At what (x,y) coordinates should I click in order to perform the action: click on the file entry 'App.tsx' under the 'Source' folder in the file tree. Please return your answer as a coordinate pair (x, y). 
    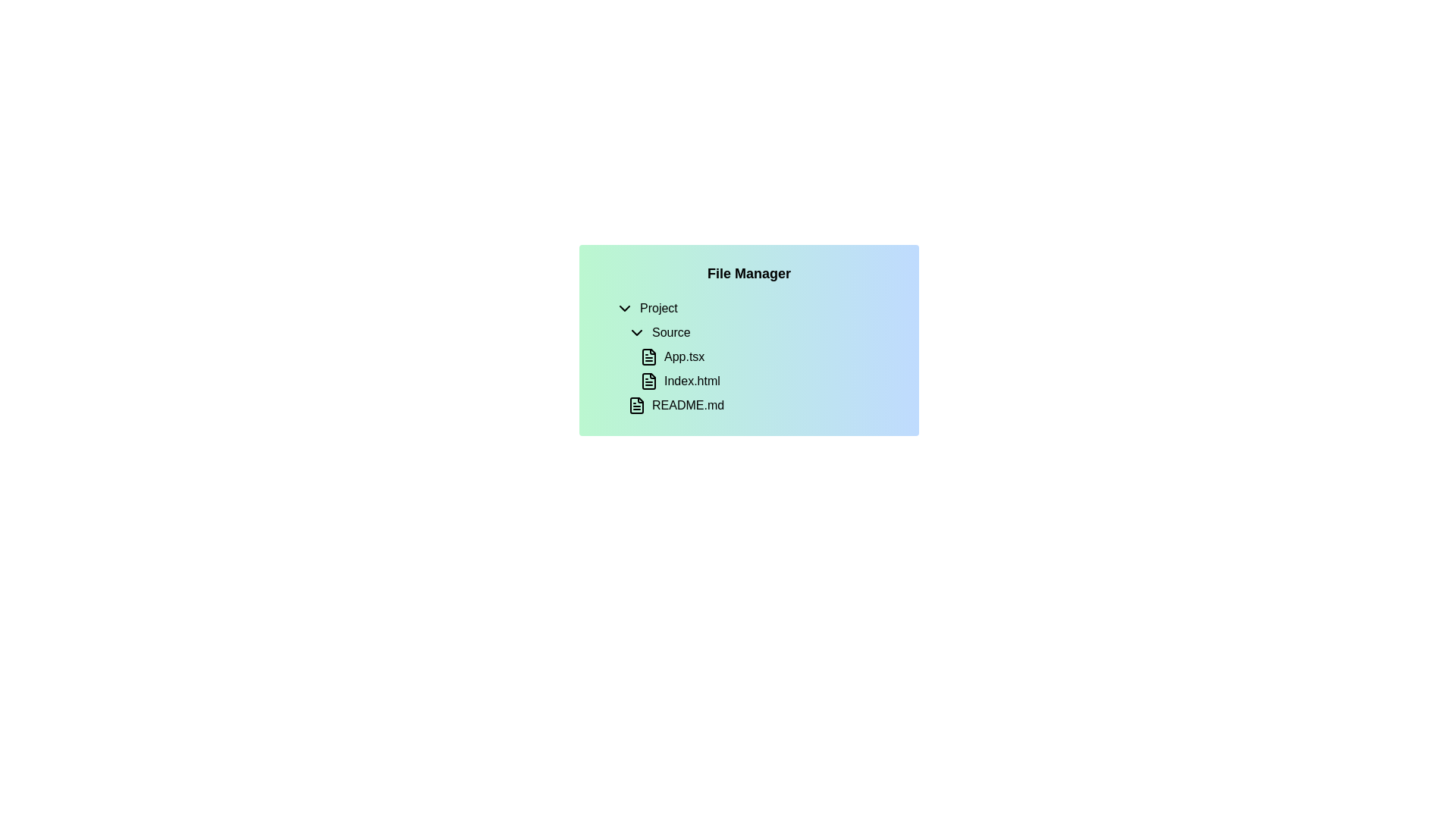
    Looking at the image, I should click on (767, 356).